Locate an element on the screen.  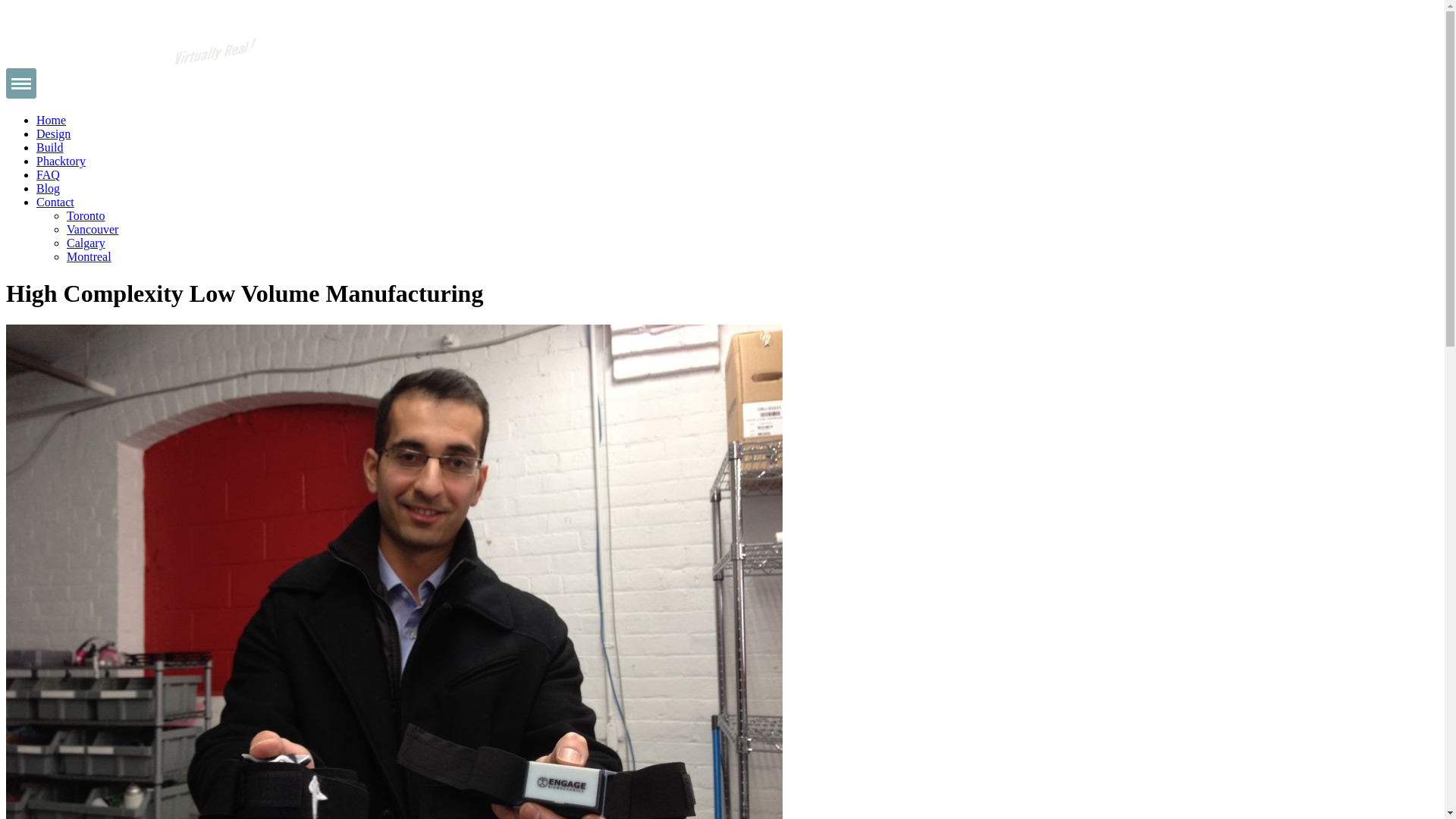
'FAQ' is located at coordinates (48, 174).